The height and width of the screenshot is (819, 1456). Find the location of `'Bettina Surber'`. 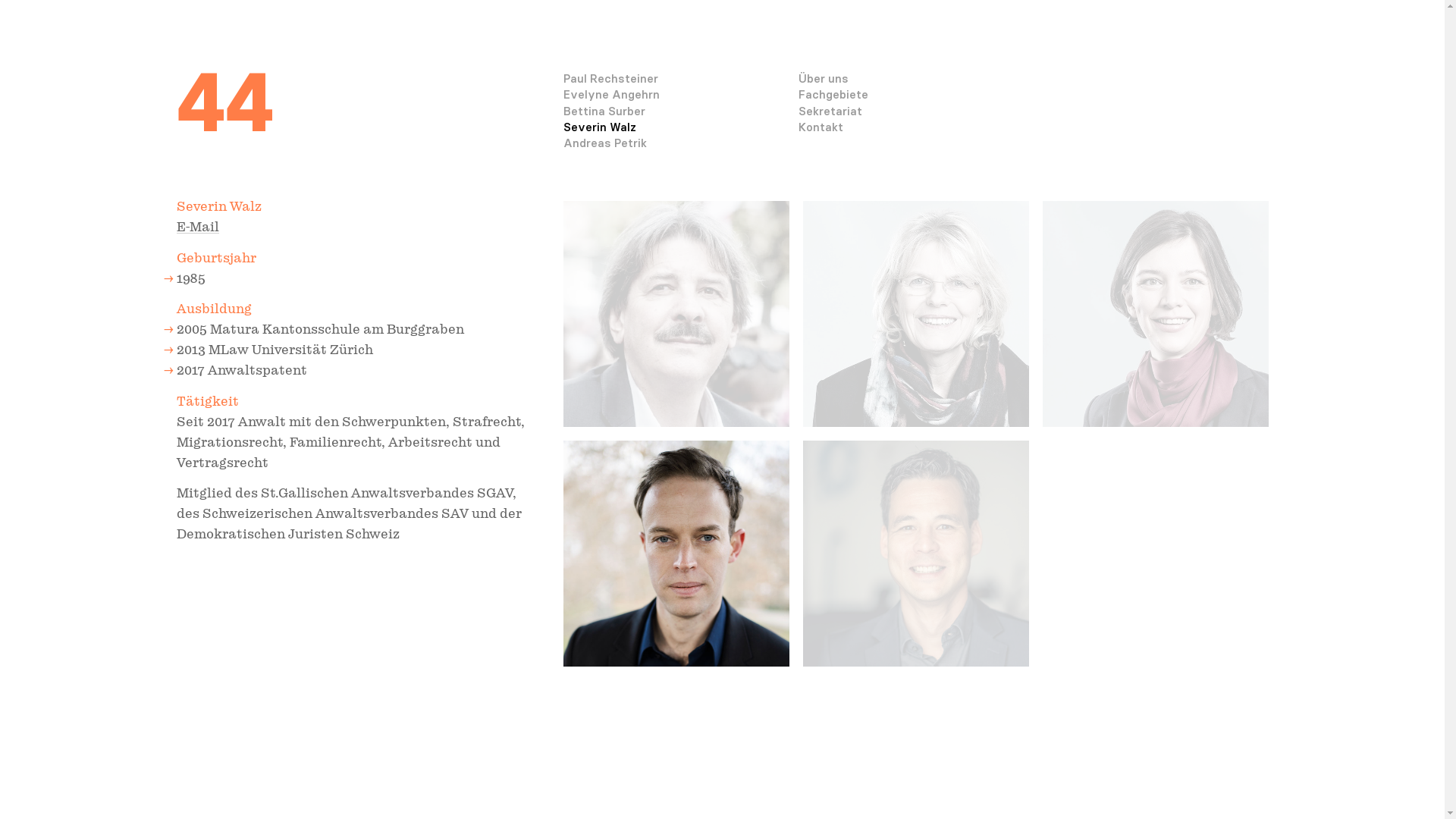

'Bettina Surber' is located at coordinates (603, 110).